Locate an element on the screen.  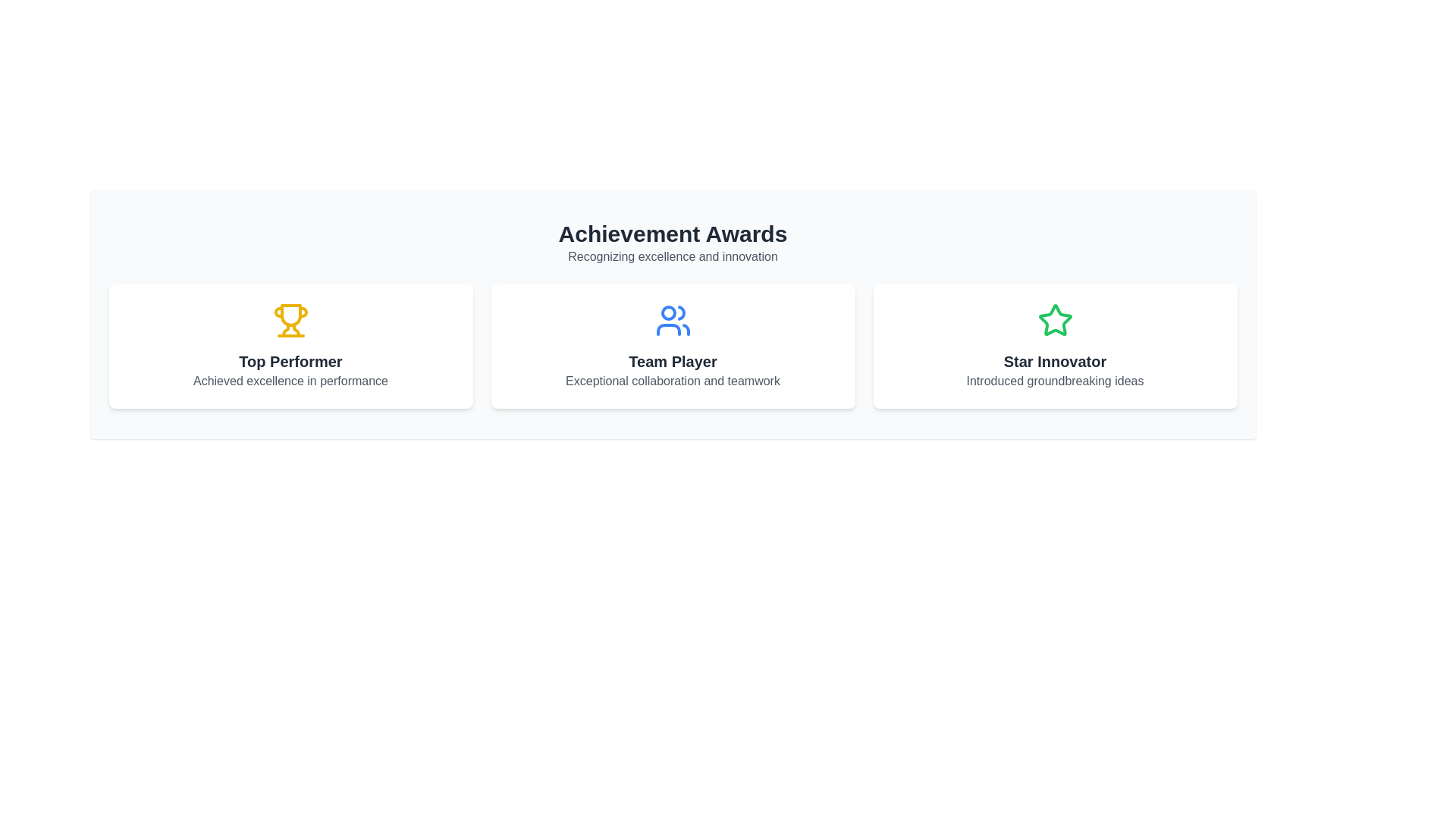
the Static Text reading 'Exceptional collaboration and teamwork', located below the title 'Team Player' in the center card of a horizontal row of three cards is located at coordinates (672, 380).